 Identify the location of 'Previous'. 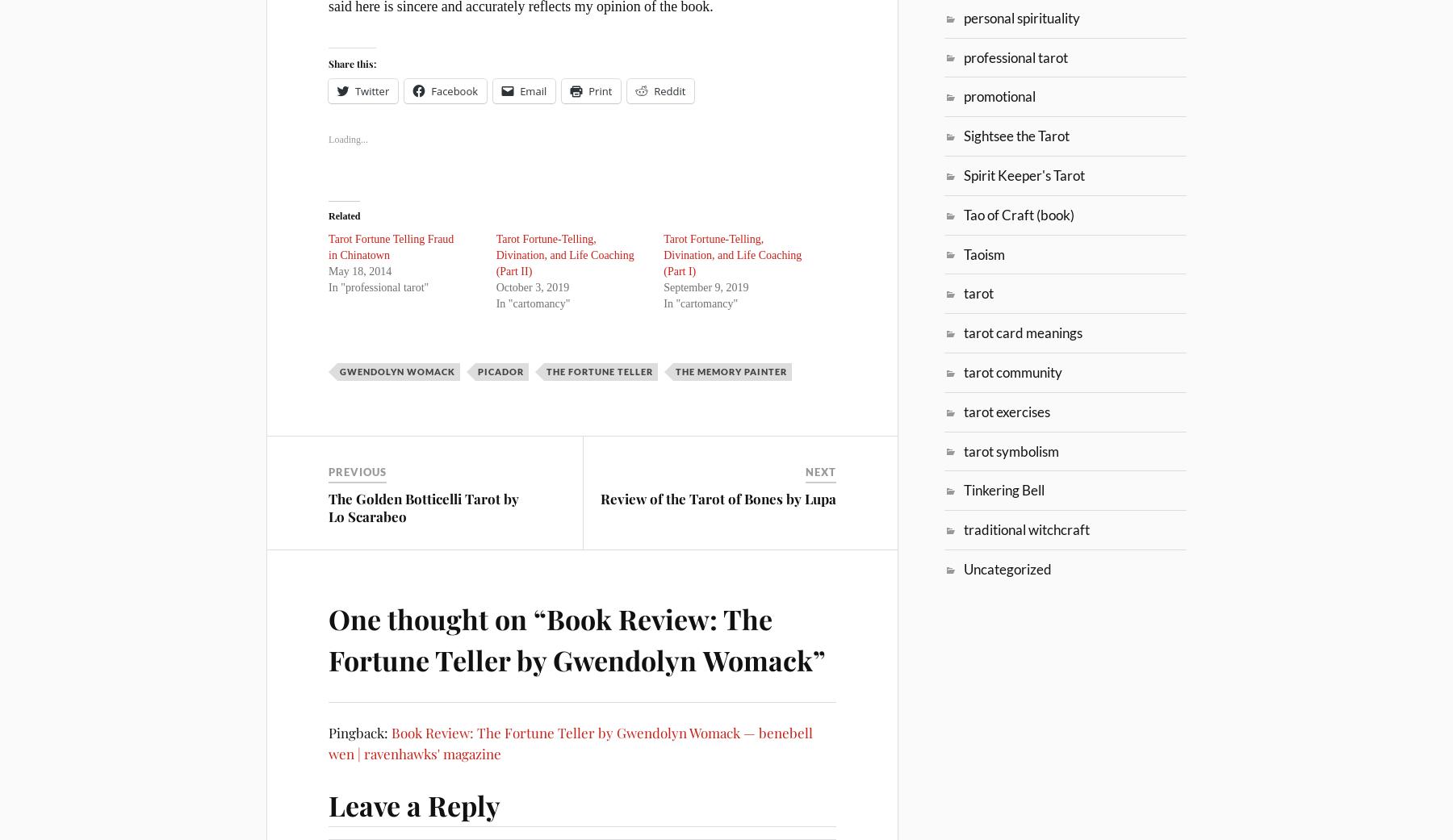
(357, 471).